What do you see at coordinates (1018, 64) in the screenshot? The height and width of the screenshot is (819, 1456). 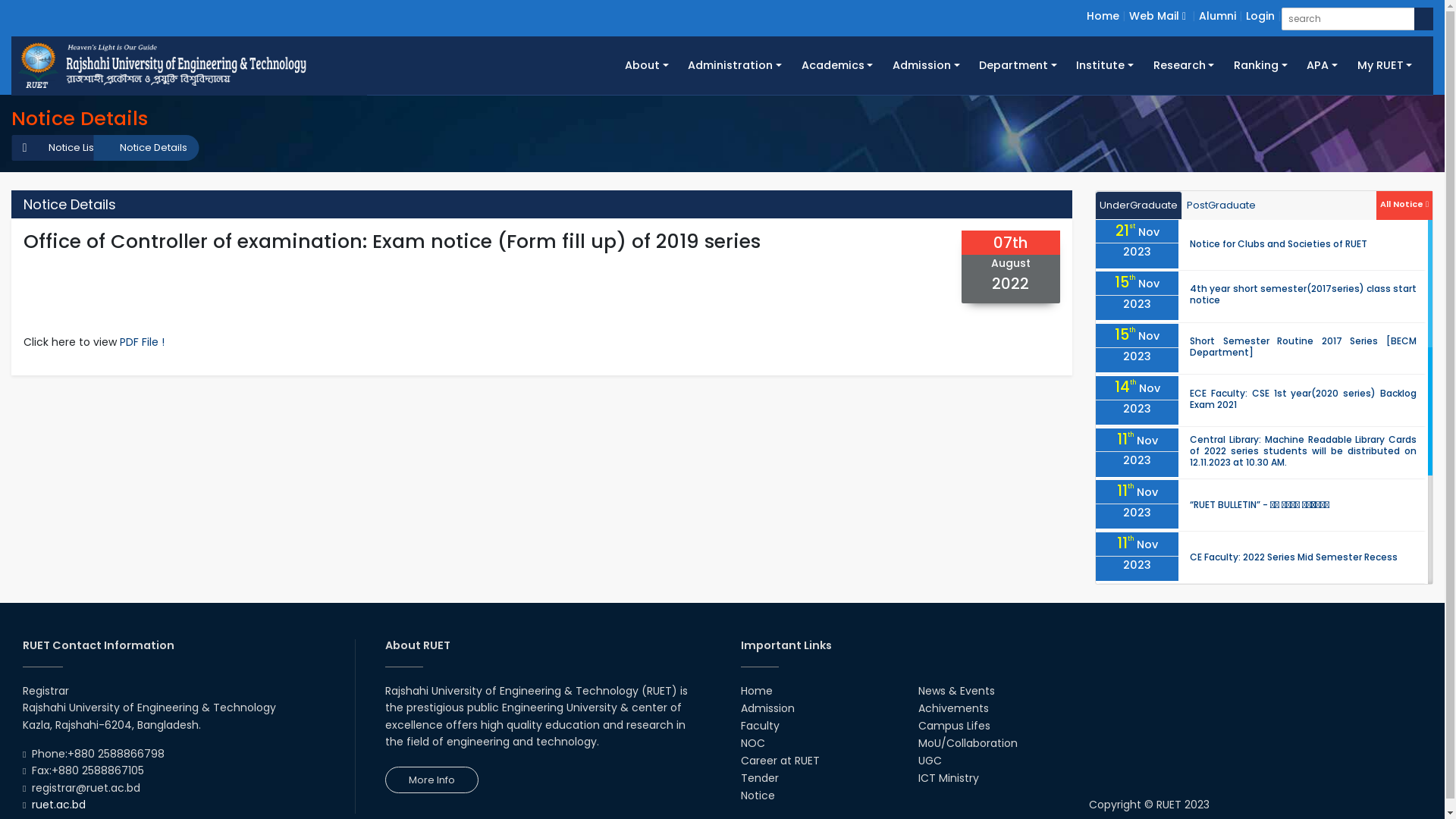 I see `'Department'` at bounding box center [1018, 64].